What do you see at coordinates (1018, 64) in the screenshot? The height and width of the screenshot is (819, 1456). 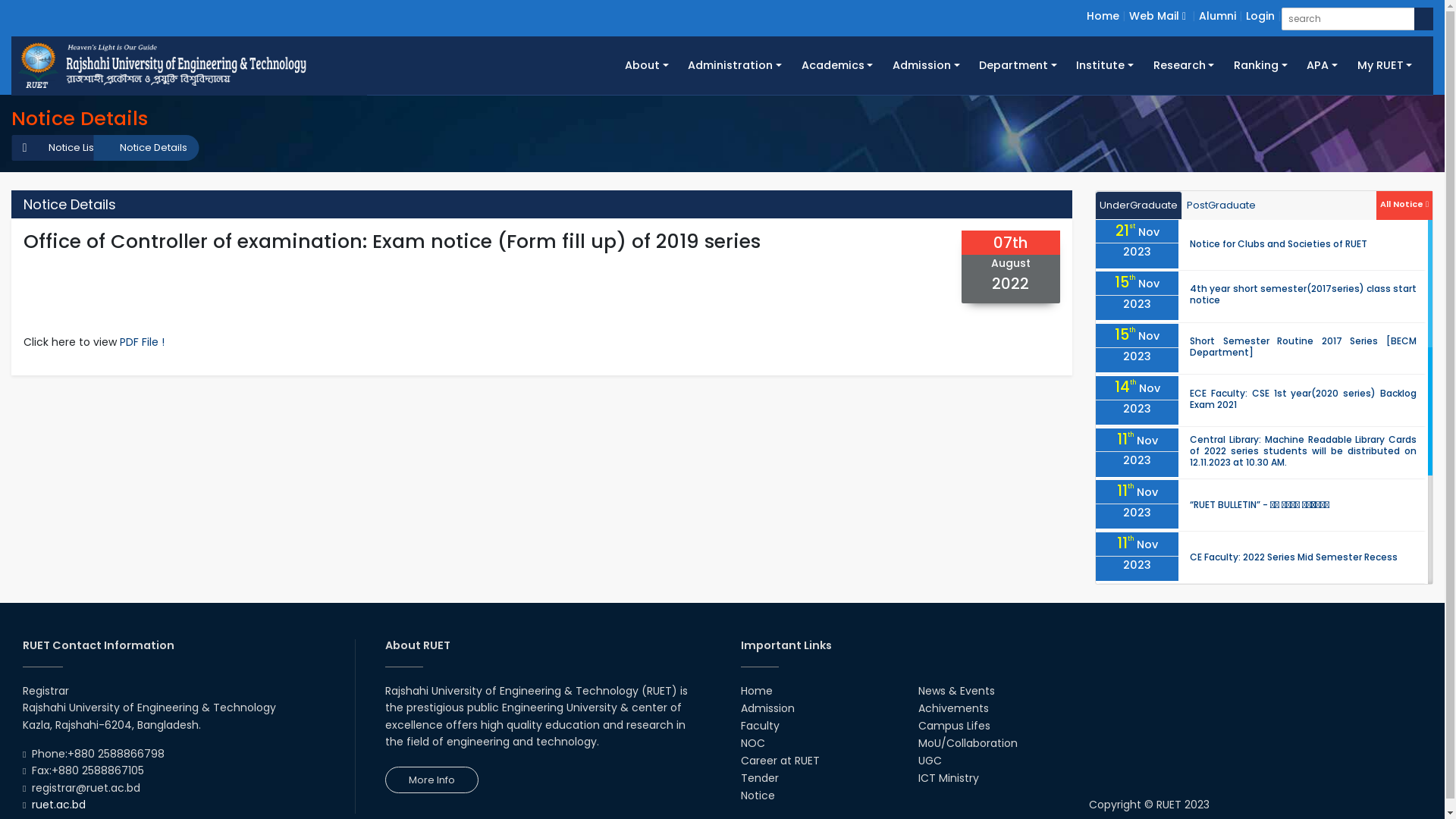 I see `'Department'` at bounding box center [1018, 64].